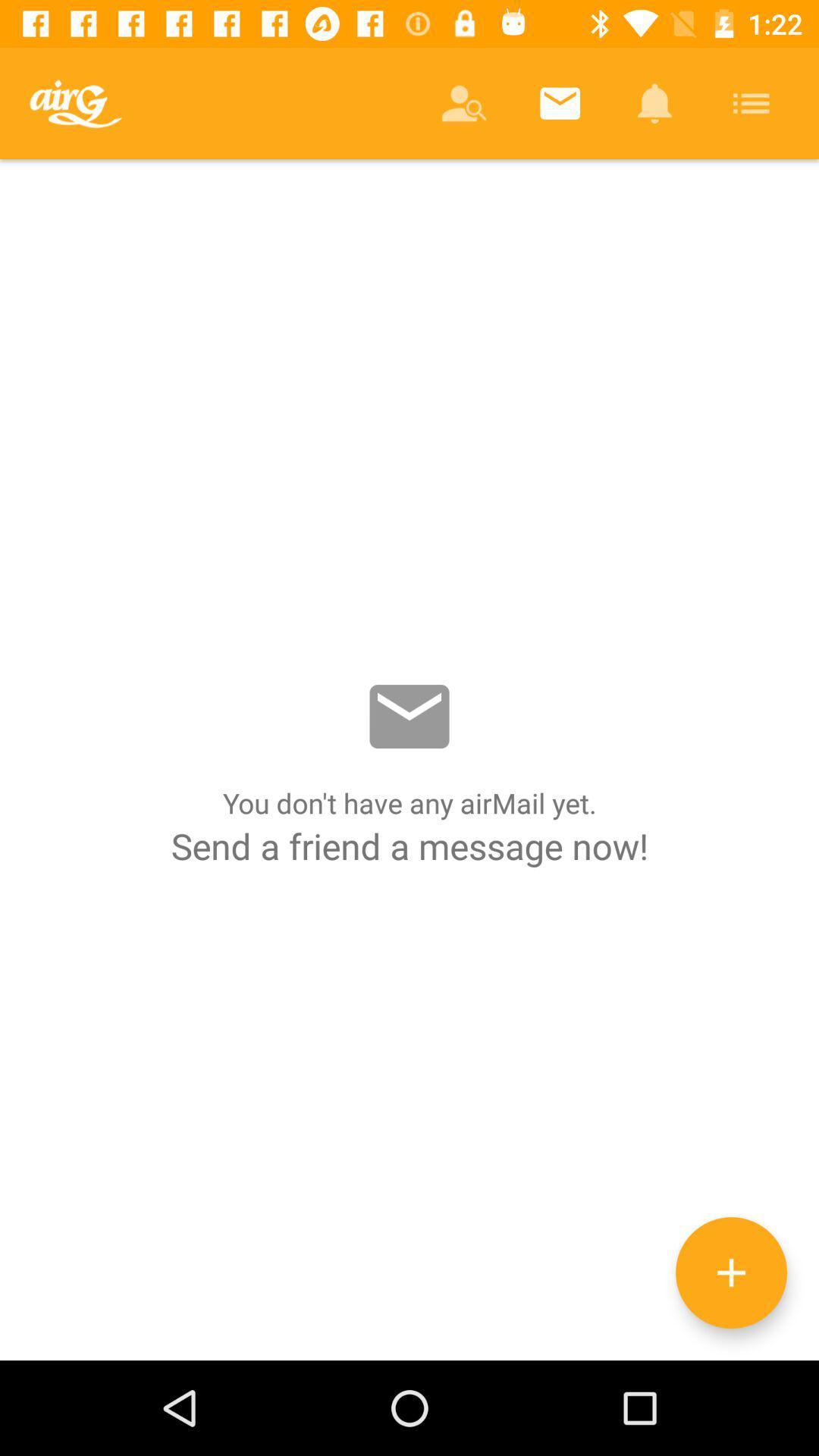 The width and height of the screenshot is (819, 1456). Describe the element at coordinates (730, 1272) in the screenshot. I see `options` at that location.